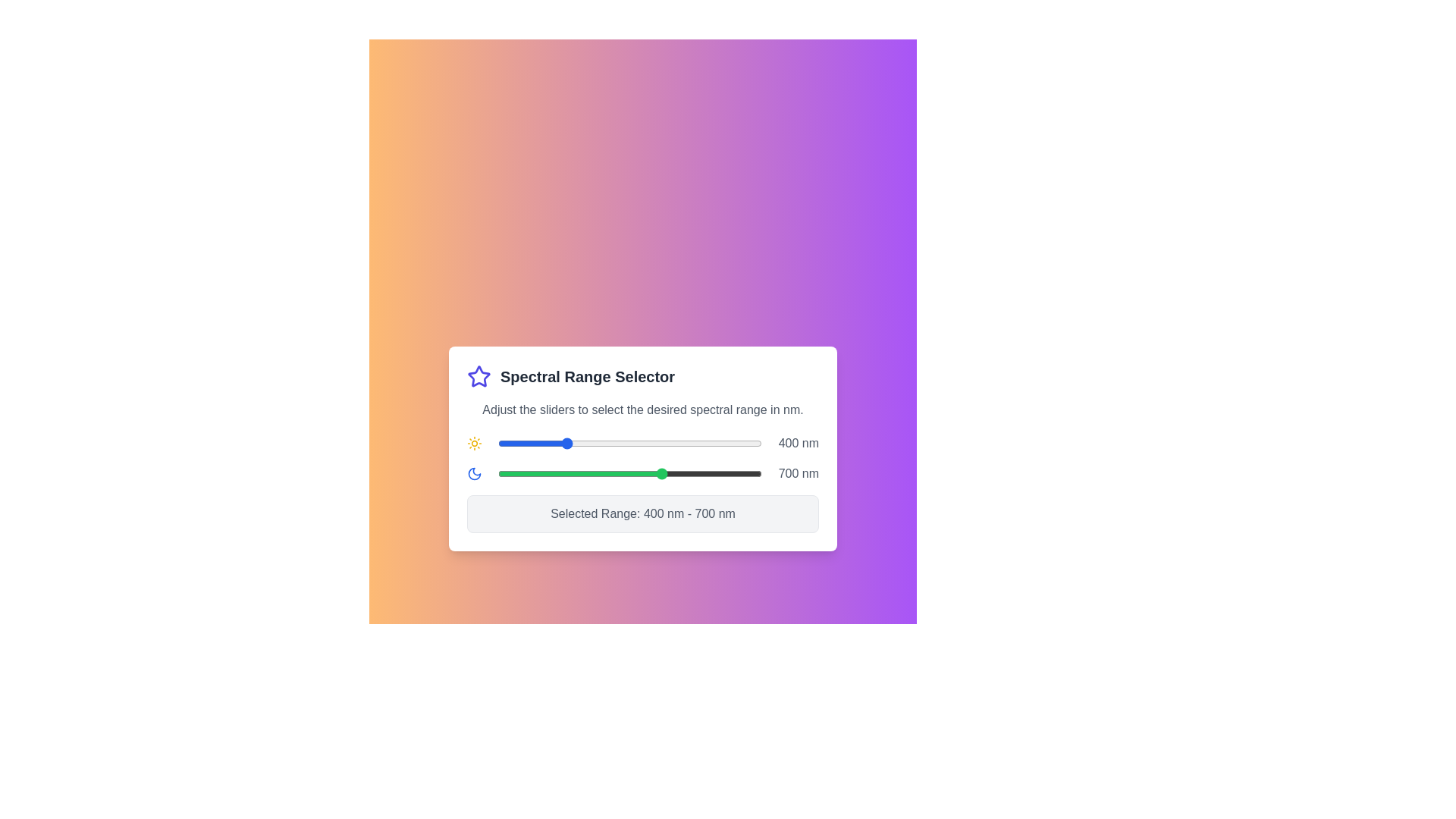 This screenshot has height=819, width=1456. Describe the element at coordinates (560, 444) in the screenshot. I see `the start slider to set the lower limit of the spectral range to 392 nm` at that location.